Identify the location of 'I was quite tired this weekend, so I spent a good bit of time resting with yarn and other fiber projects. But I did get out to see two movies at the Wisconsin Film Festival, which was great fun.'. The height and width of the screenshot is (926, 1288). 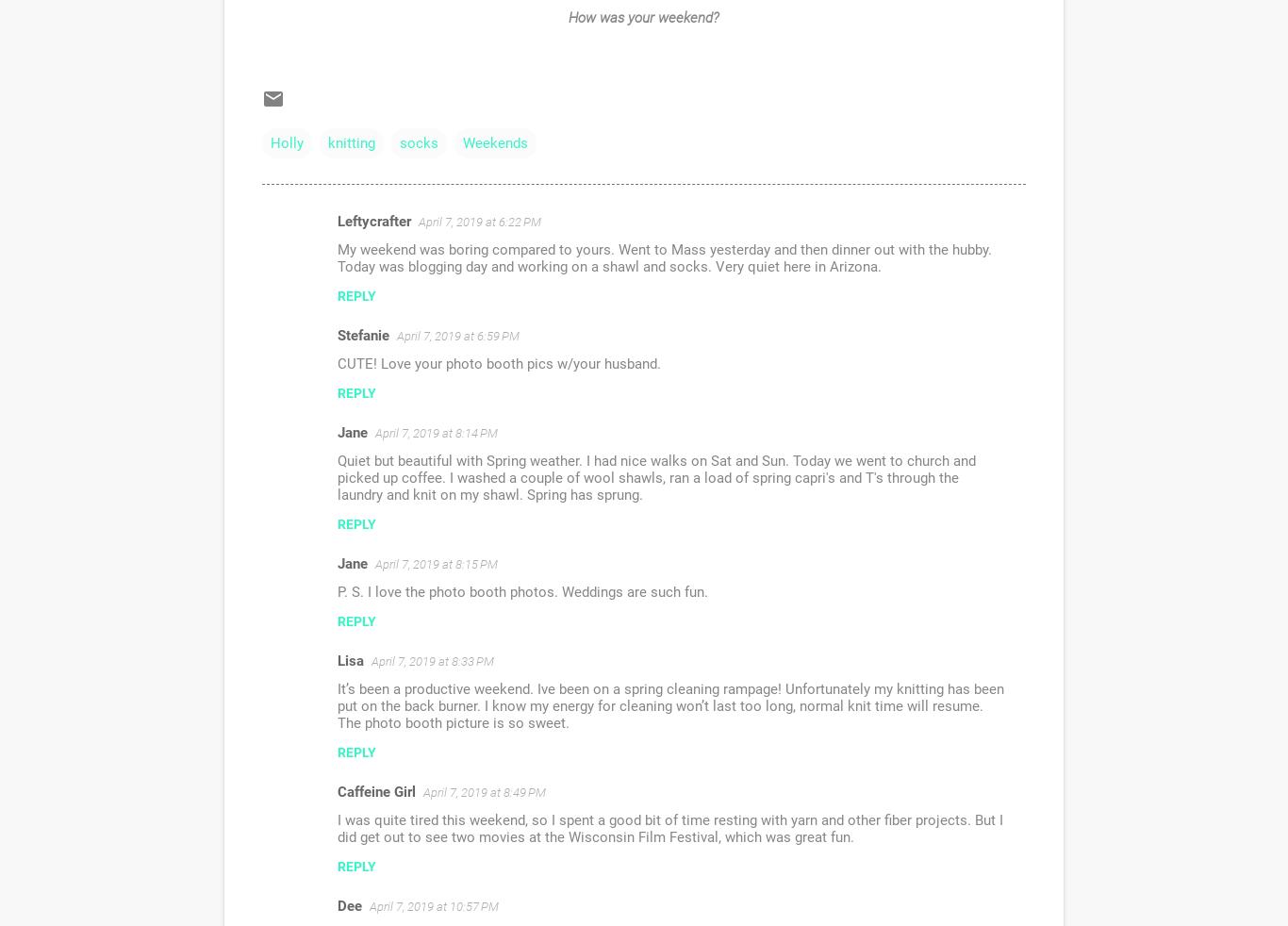
(670, 828).